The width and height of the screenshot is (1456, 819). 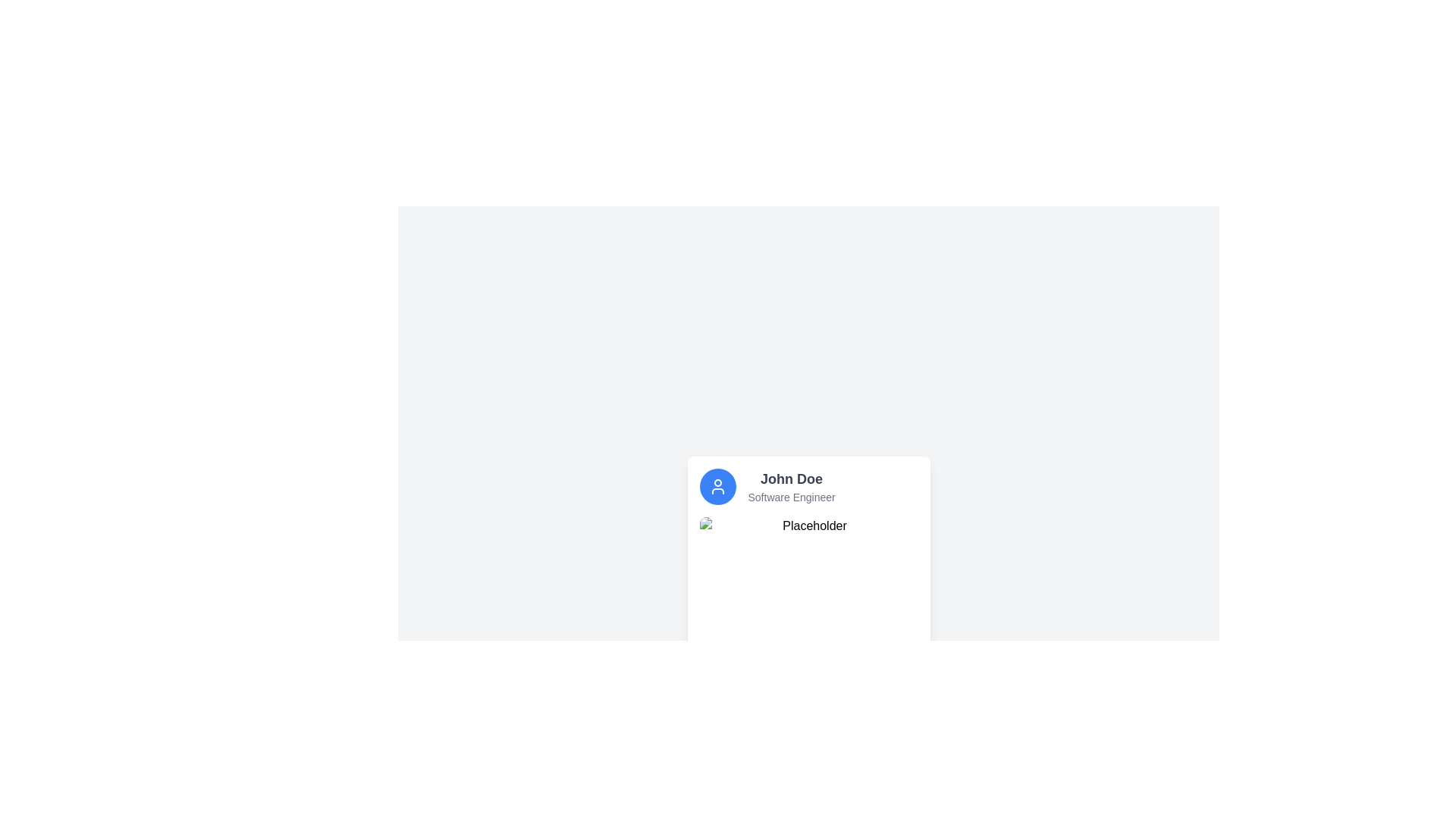 What do you see at coordinates (717, 486) in the screenshot?
I see `the circular blue button with a white user icon, which is positioned to the left of the text 'John Doe' and 'Software Engineer'` at bounding box center [717, 486].